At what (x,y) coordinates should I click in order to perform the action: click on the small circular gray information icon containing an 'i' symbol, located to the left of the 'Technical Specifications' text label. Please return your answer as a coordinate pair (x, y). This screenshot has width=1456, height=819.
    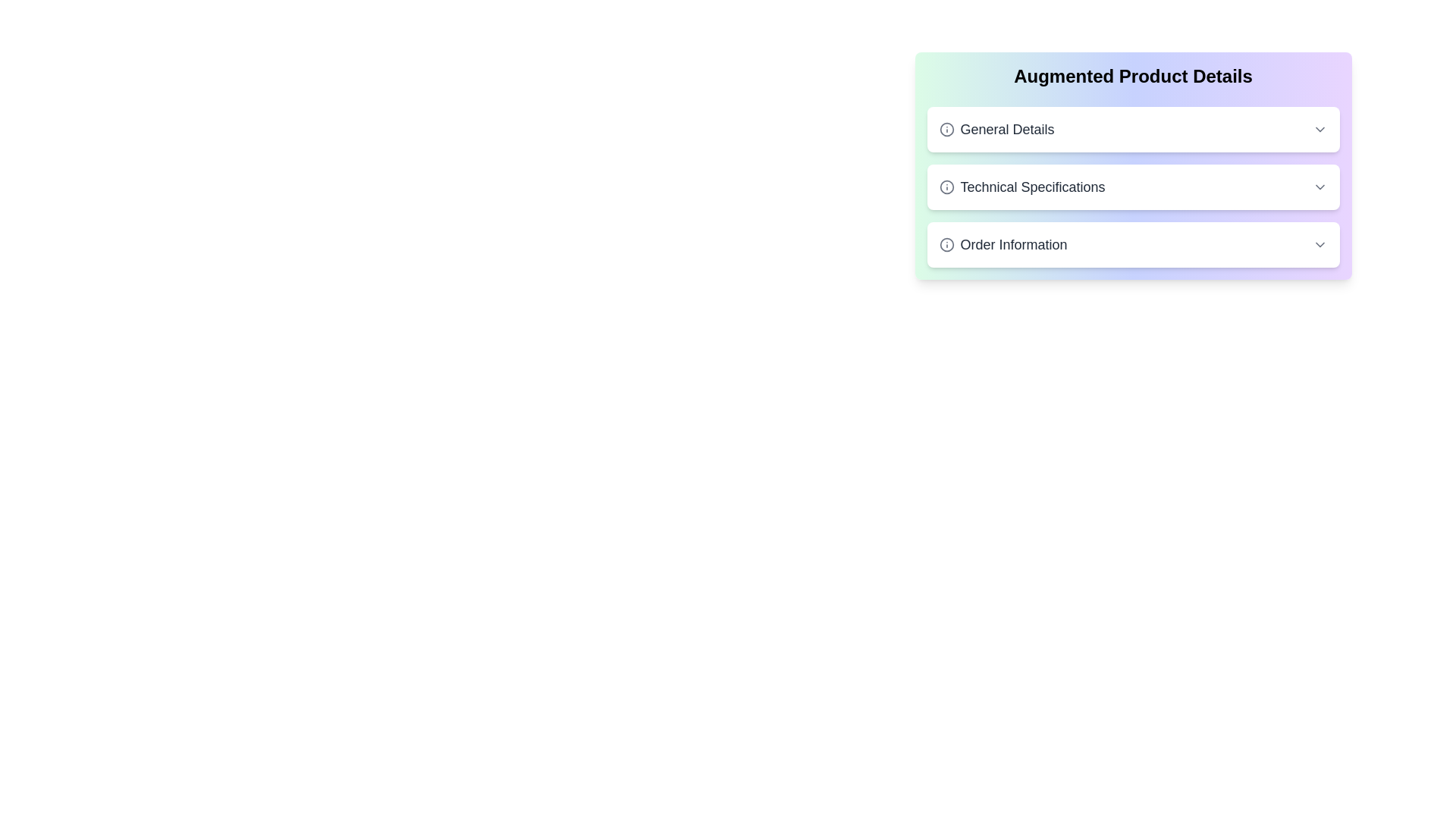
    Looking at the image, I should click on (946, 186).